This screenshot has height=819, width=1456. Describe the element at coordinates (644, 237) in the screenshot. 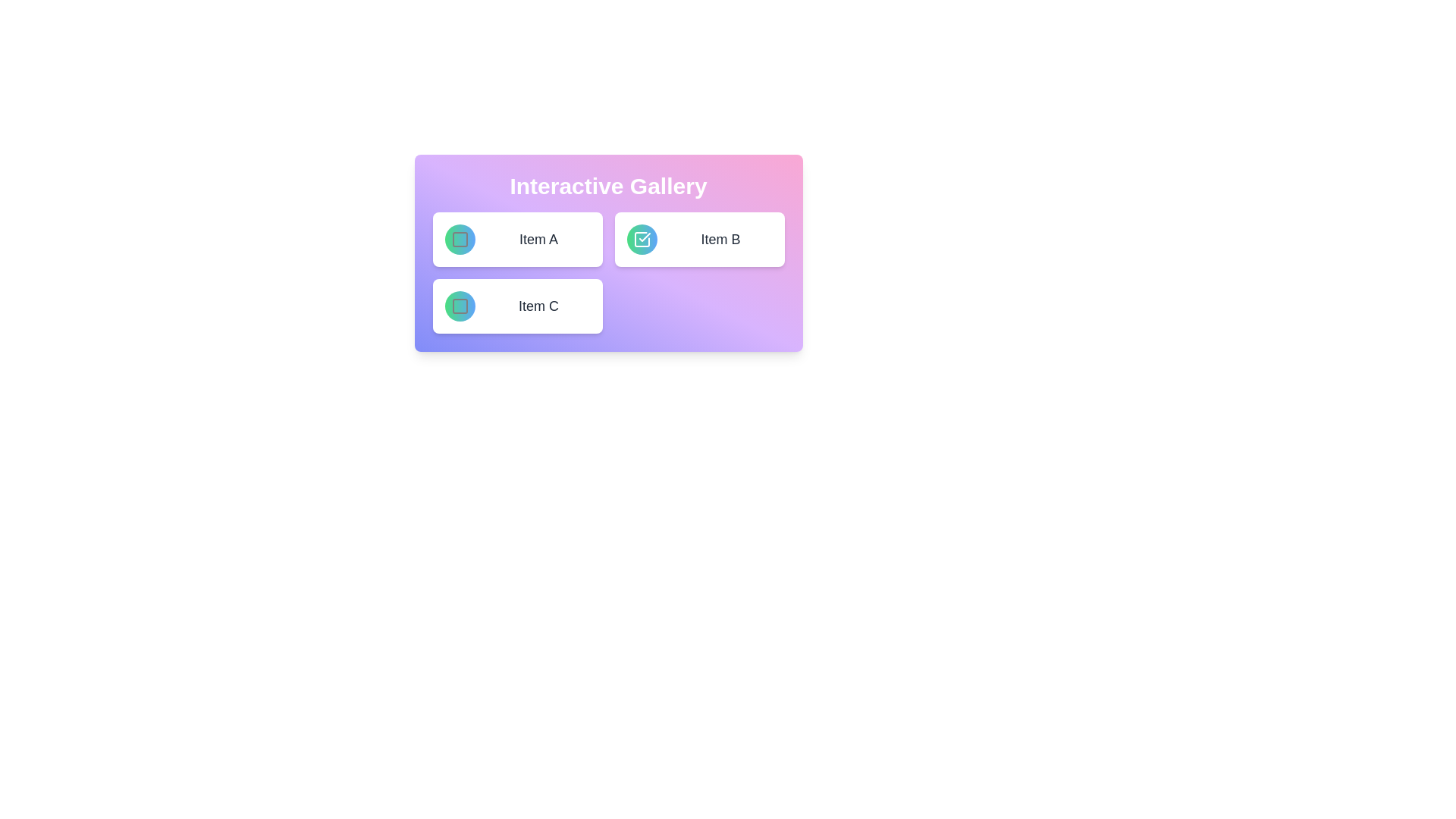

I see `the decorative check mark icon located in the right-side icon of the second row under the 'Interactive Gallery' section` at that location.